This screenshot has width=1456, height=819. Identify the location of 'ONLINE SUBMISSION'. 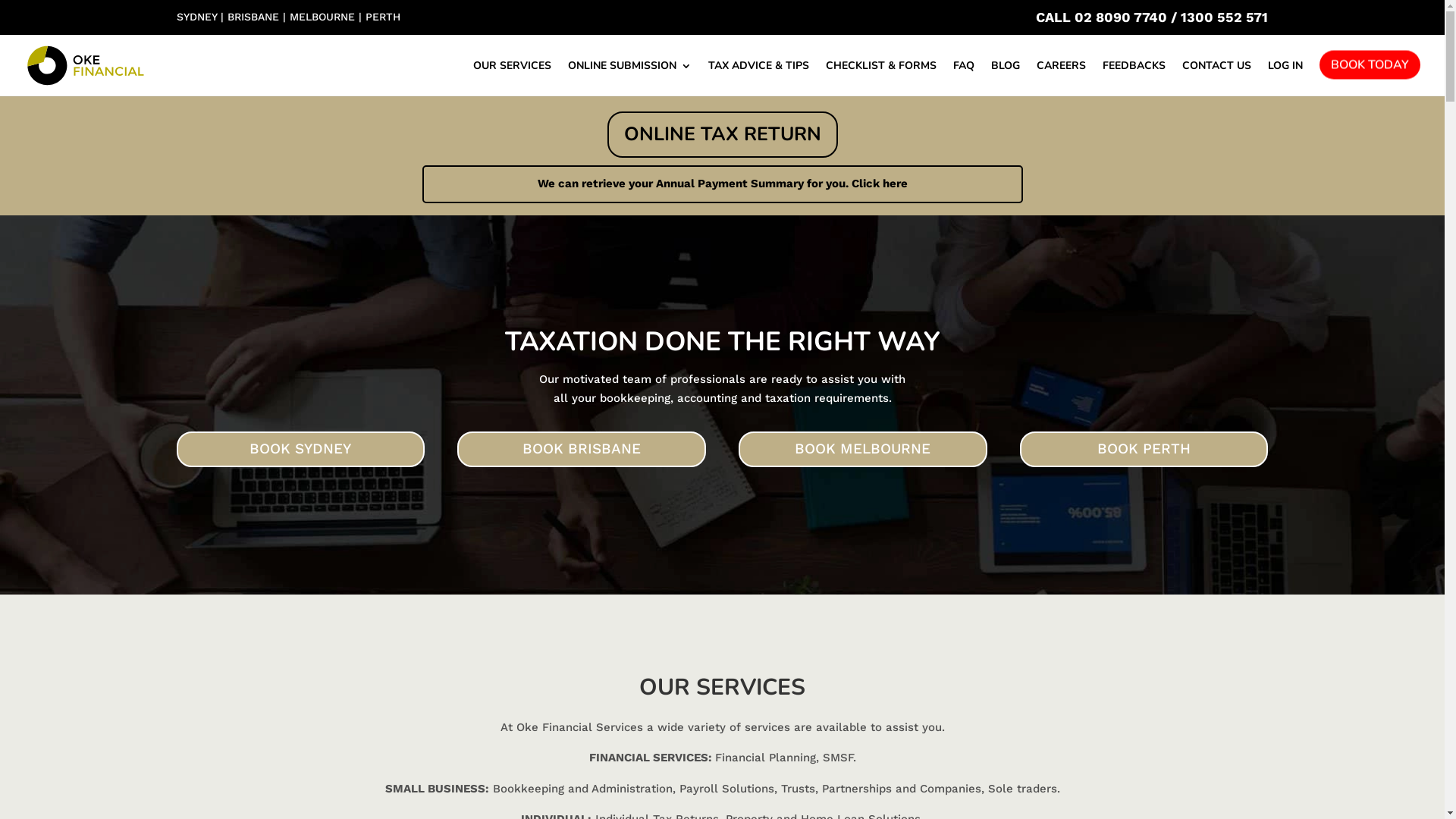
(629, 78).